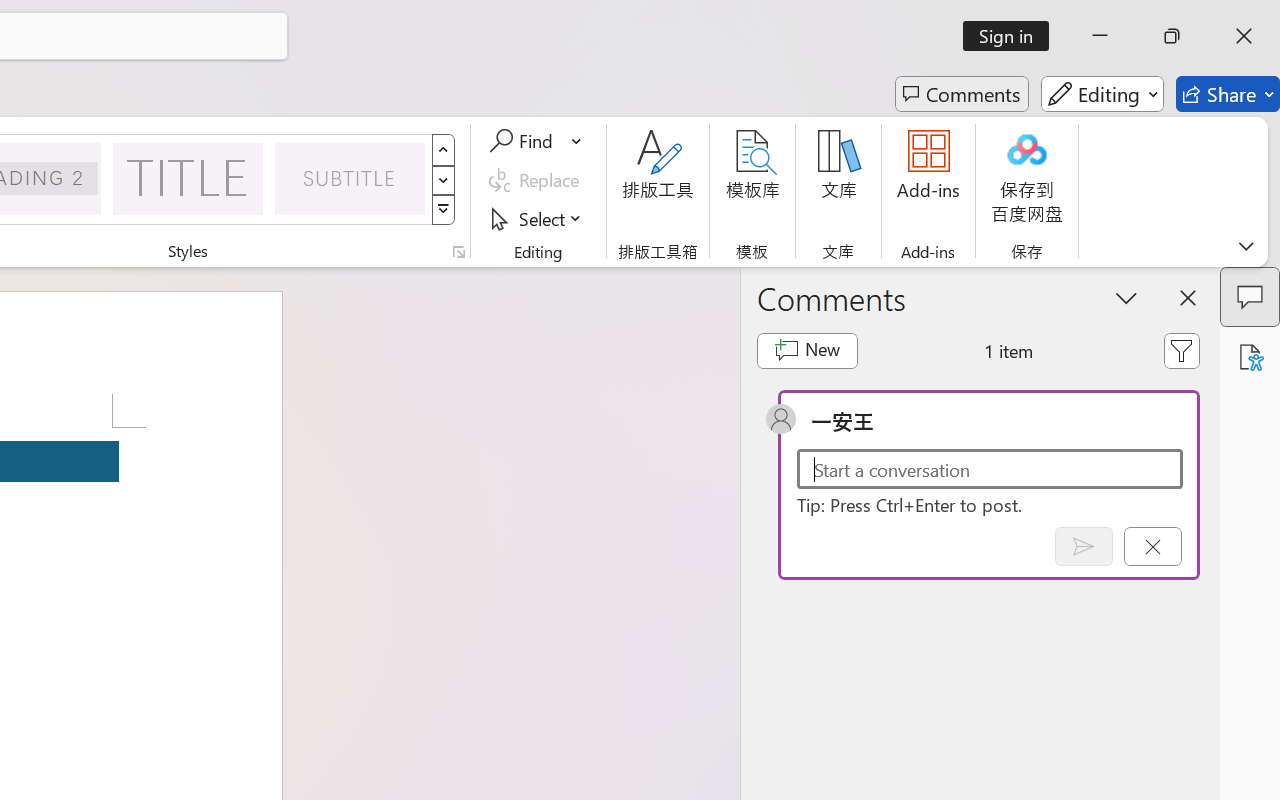  What do you see at coordinates (350, 177) in the screenshot?
I see `'Subtitle'` at bounding box center [350, 177].